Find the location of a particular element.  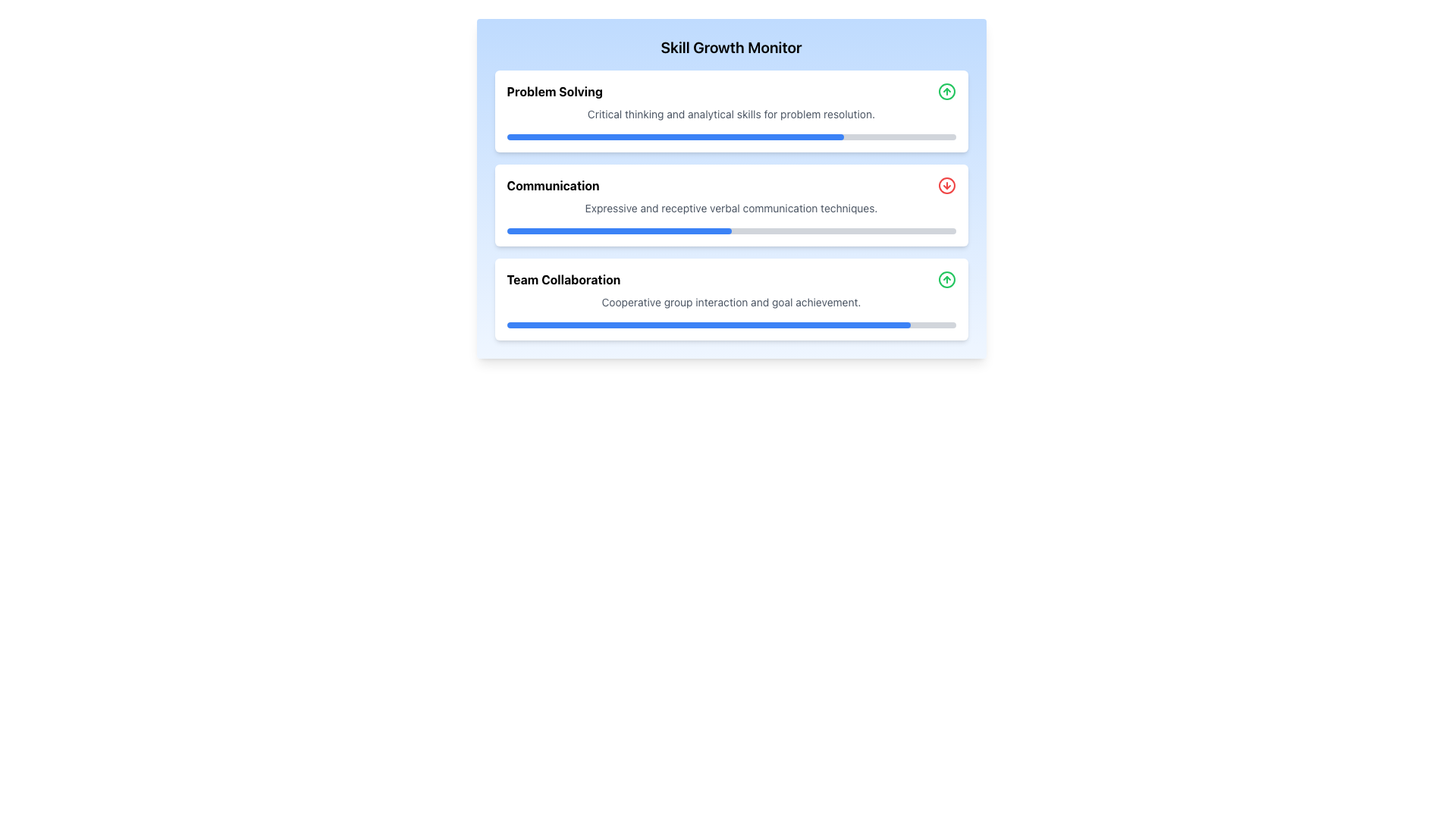

the Progress Bar Segment that visually represents 75% completion within the 'Problem Solving' category is located at coordinates (674, 137).